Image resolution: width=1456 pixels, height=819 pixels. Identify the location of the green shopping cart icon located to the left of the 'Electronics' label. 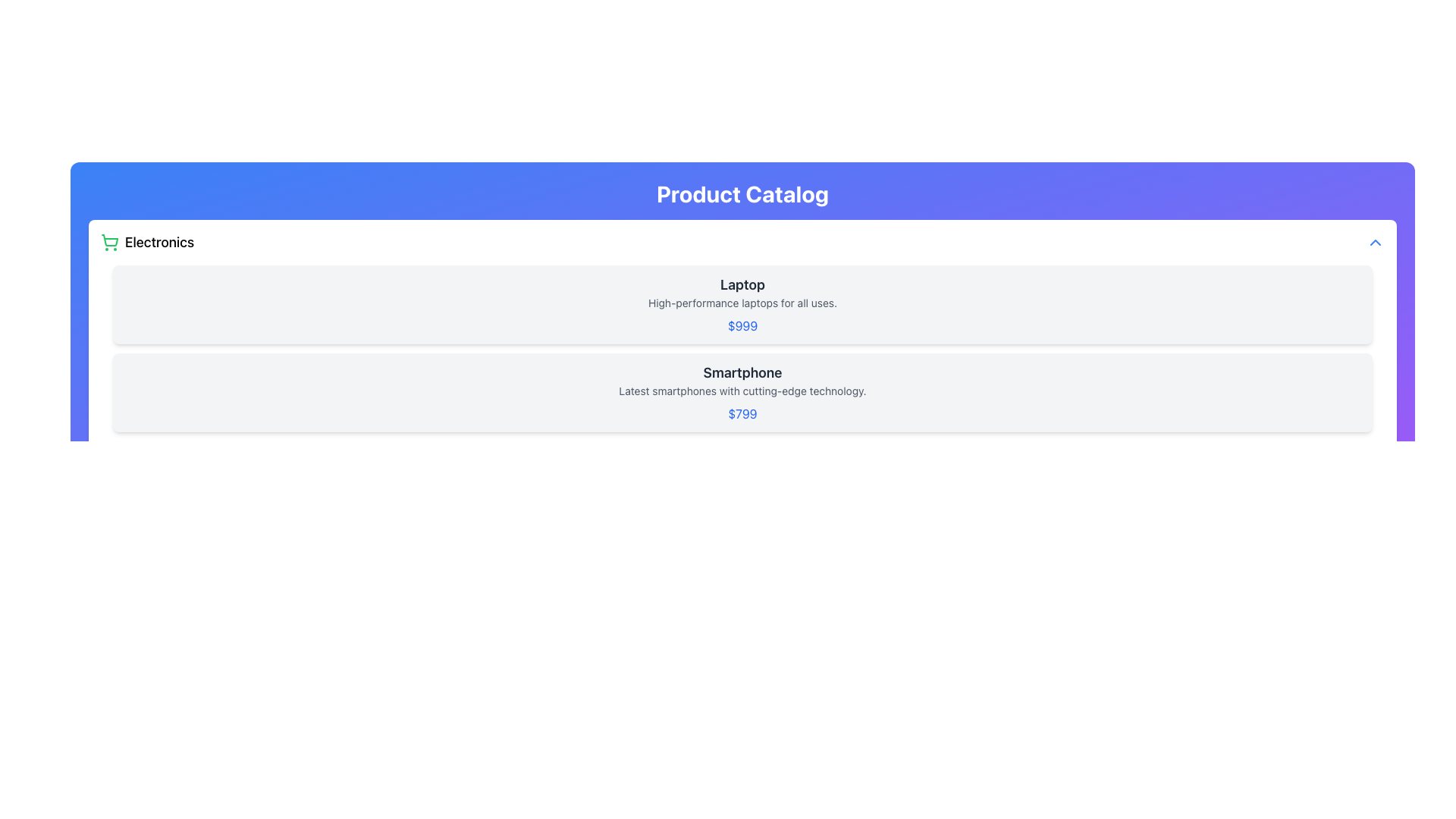
(108, 242).